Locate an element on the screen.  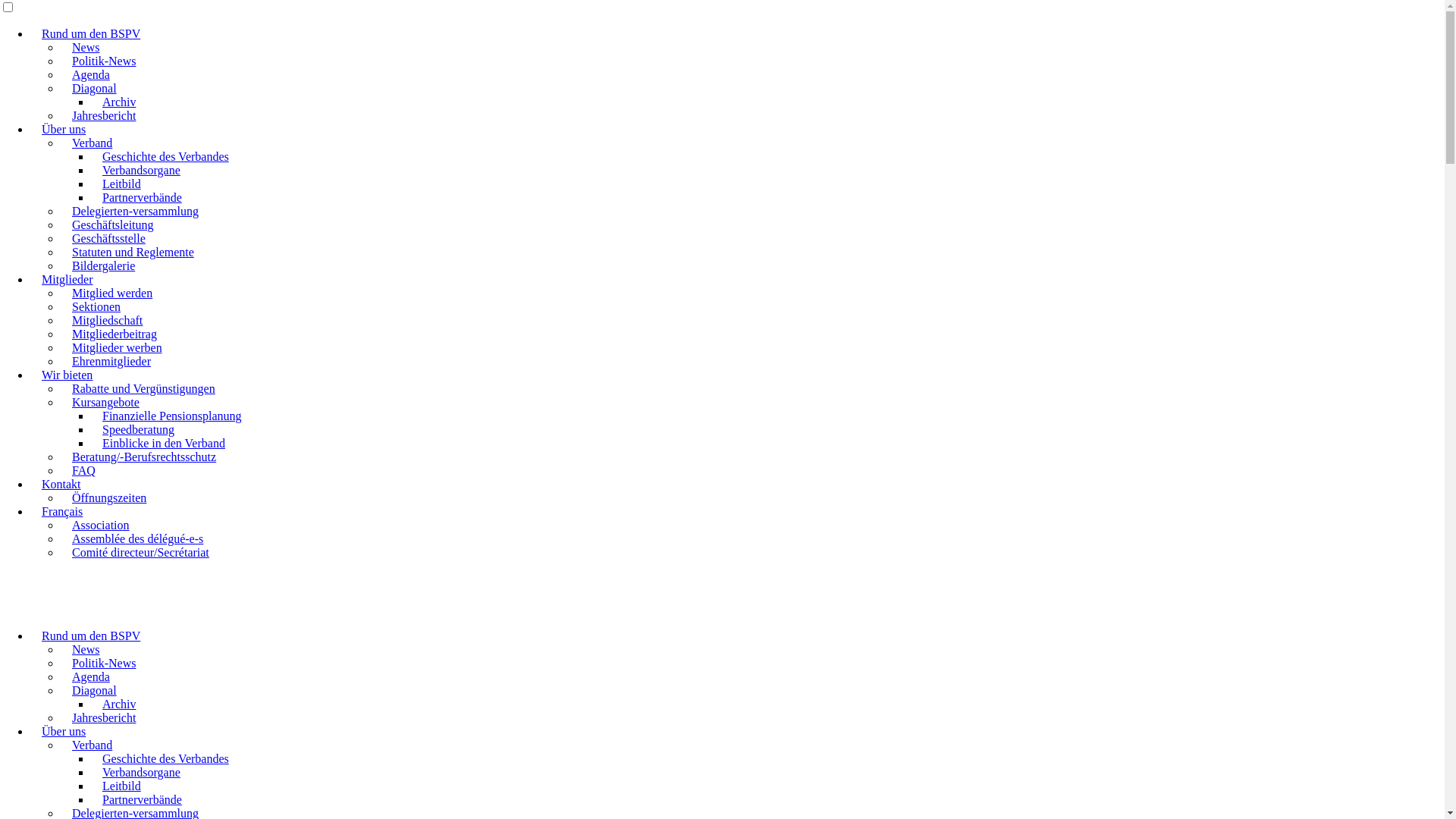
'Einblicke in den Verband' is located at coordinates (164, 443).